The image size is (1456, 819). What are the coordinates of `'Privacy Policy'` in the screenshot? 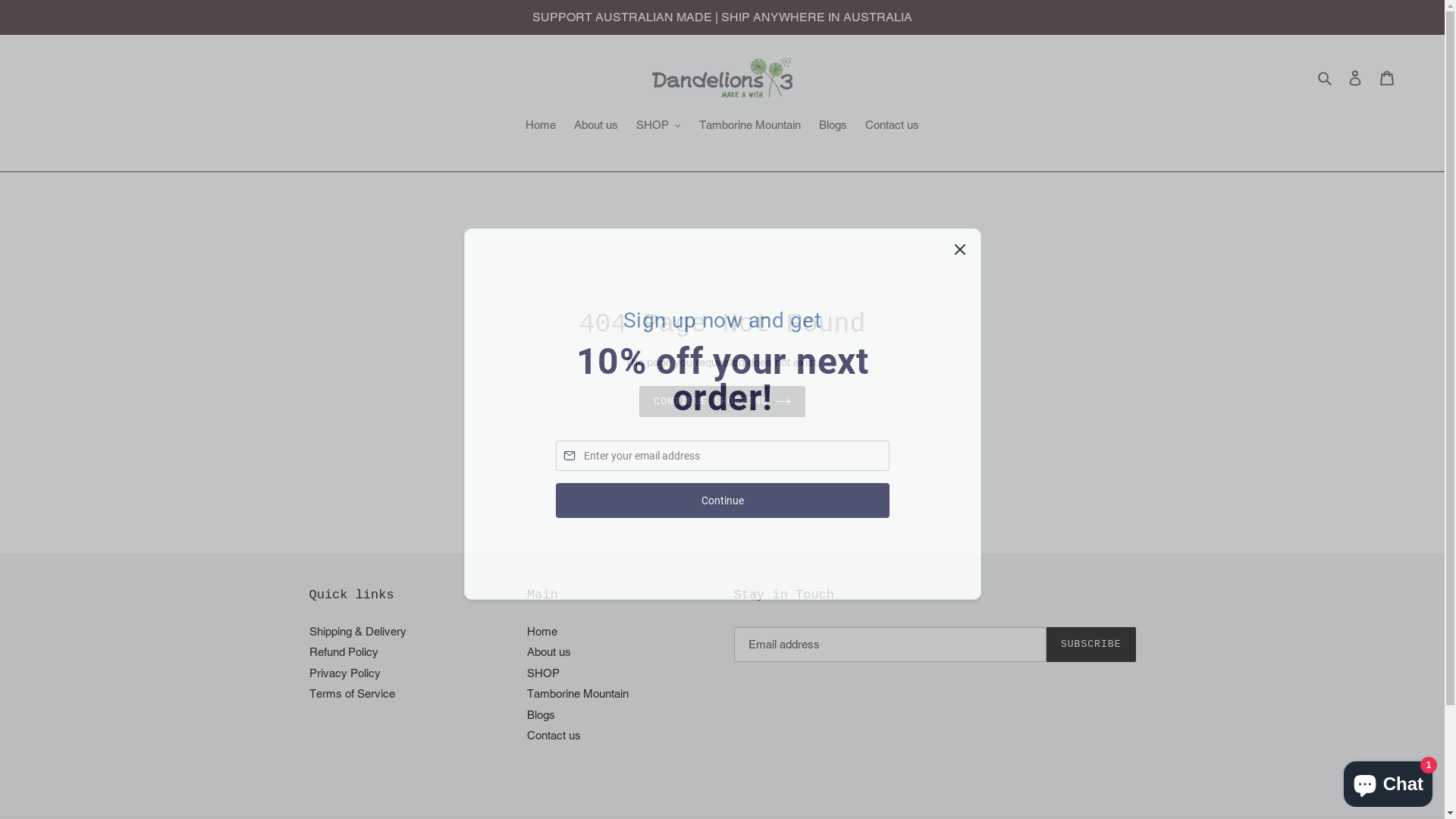 It's located at (344, 672).